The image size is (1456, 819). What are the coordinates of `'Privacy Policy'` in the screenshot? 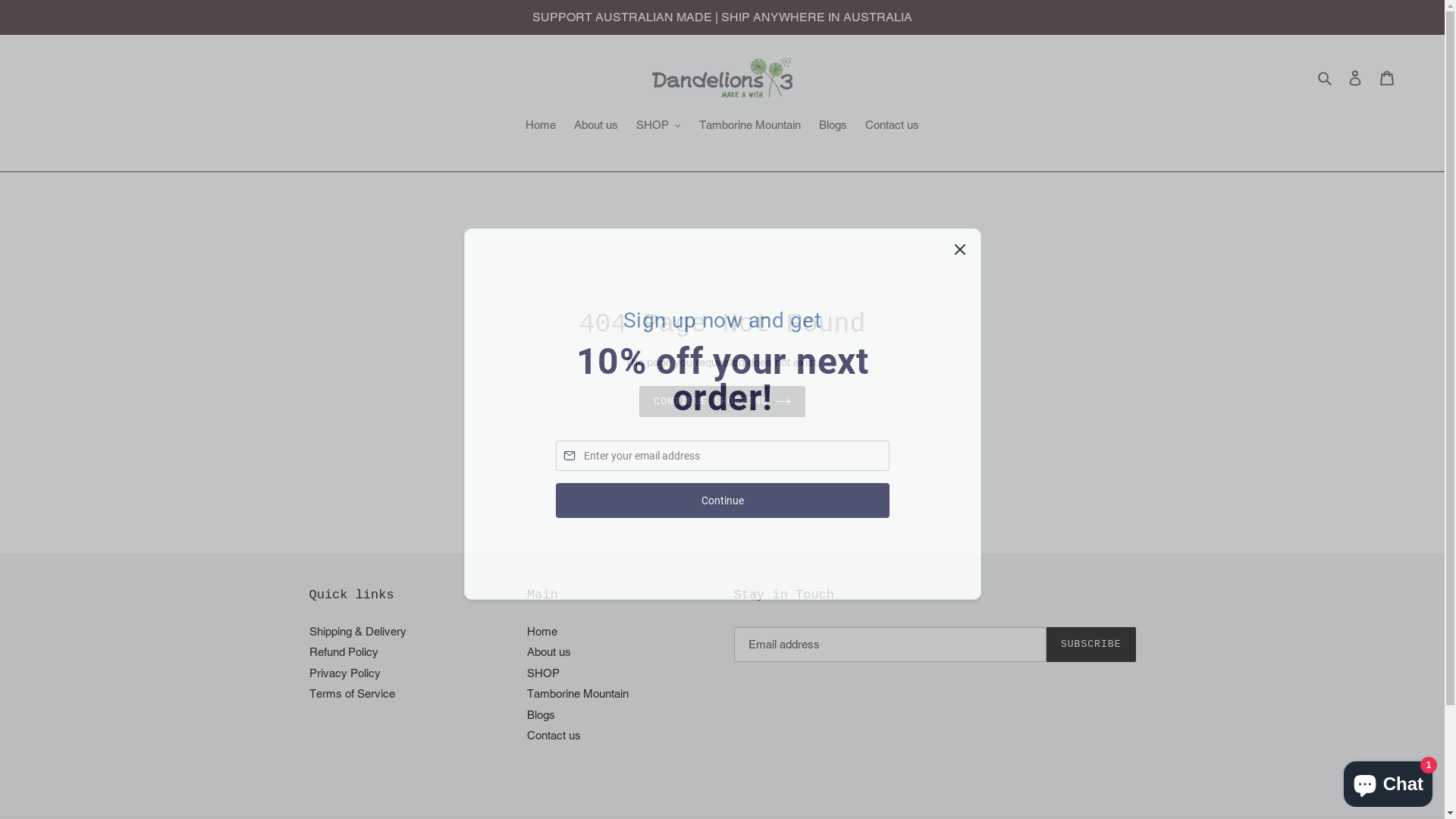 It's located at (344, 672).